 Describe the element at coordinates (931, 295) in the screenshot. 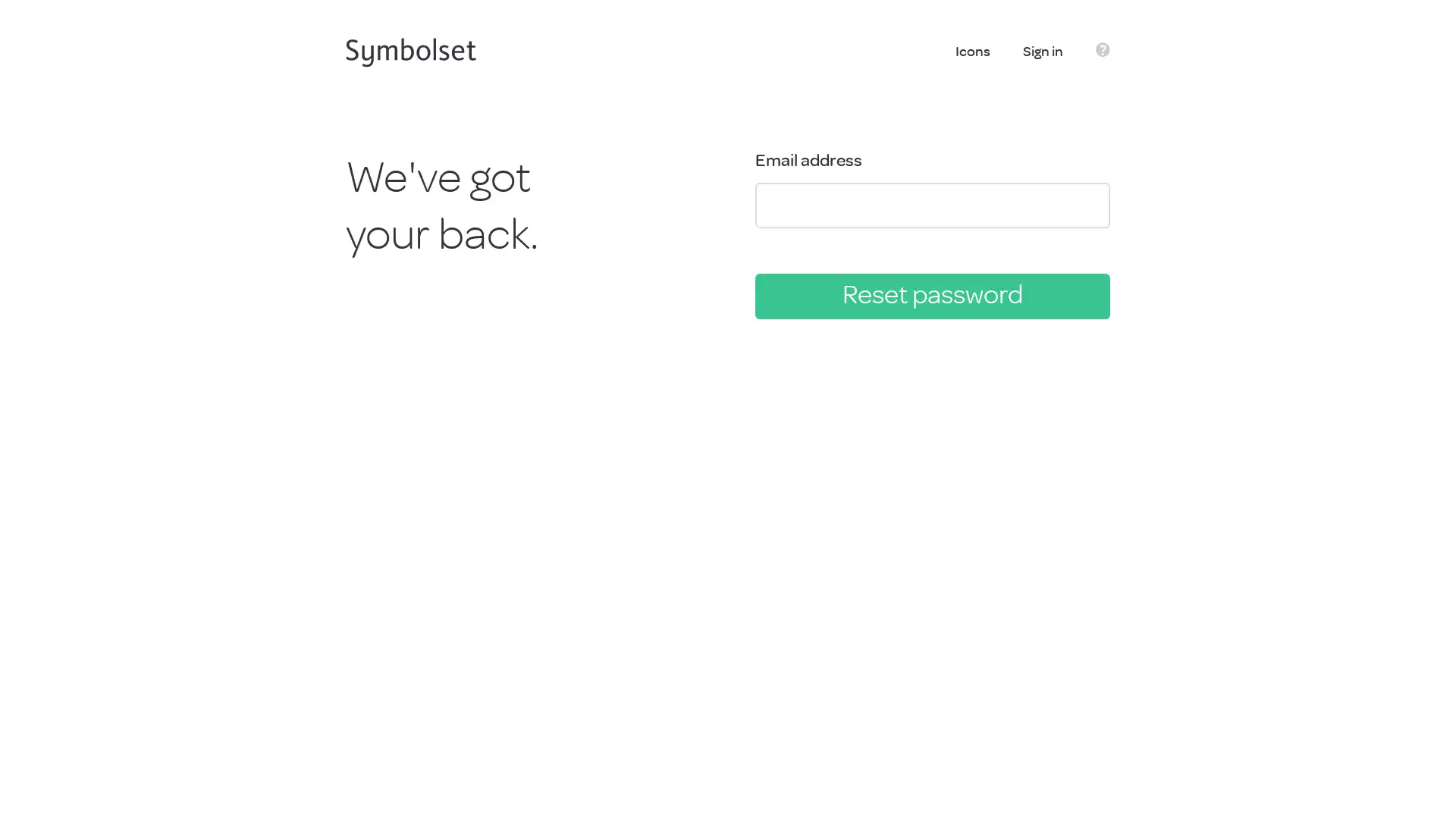

I see `Reset password` at that location.